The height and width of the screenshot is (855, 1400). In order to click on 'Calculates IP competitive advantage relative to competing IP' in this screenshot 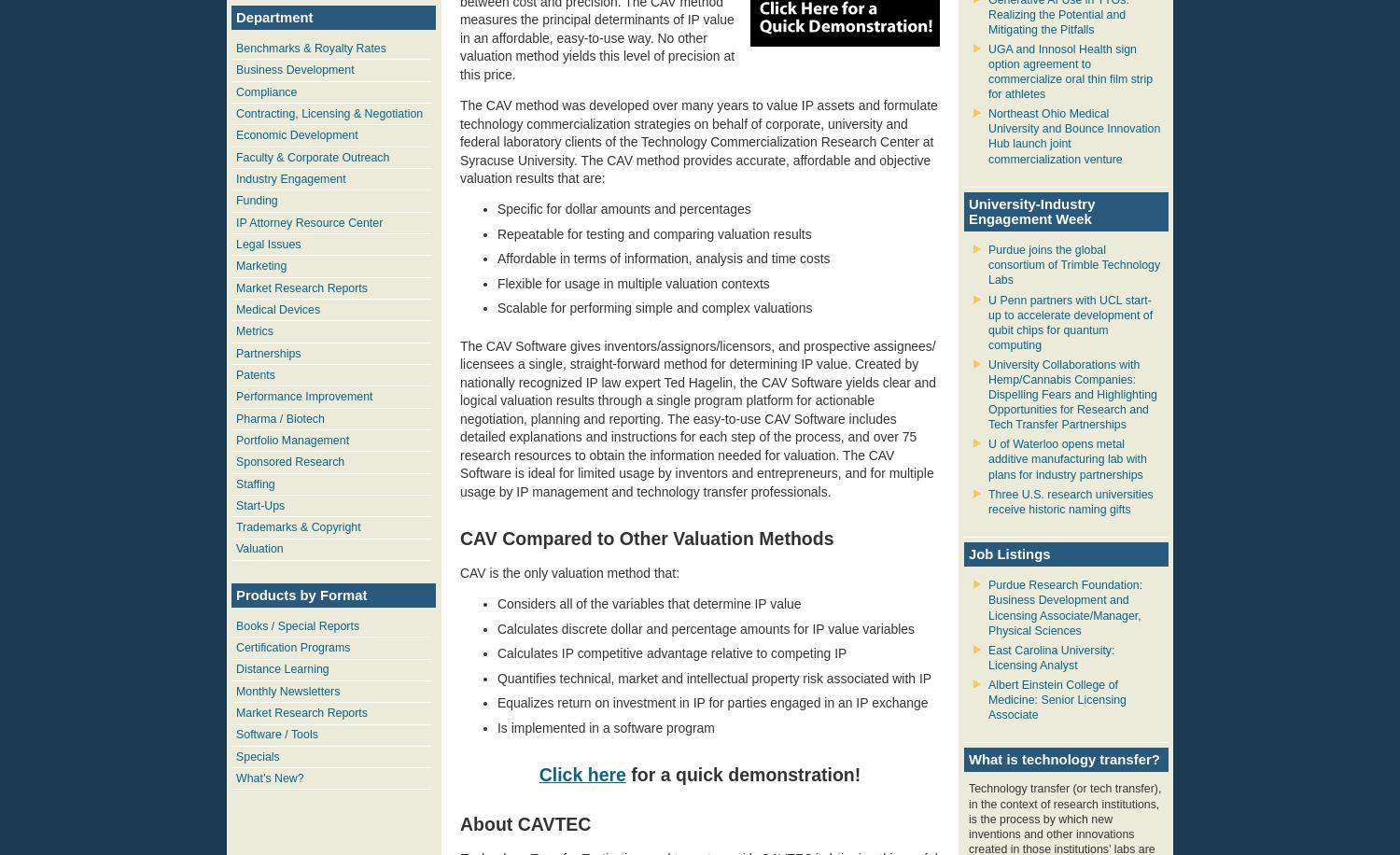, I will do `click(671, 653)`.